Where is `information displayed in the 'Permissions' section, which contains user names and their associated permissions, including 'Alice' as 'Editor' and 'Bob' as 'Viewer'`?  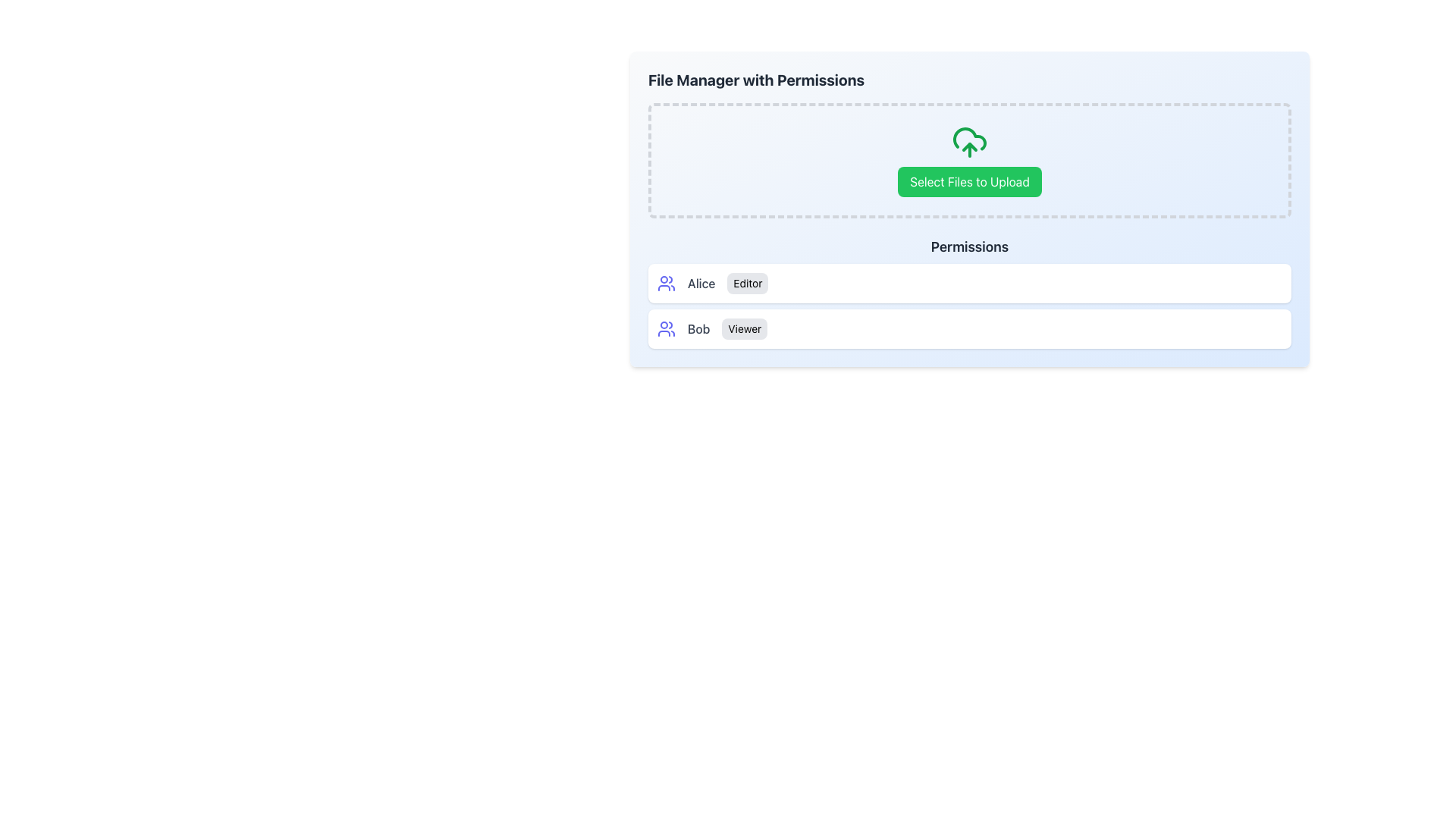 information displayed in the 'Permissions' section, which contains user names and their associated permissions, including 'Alice' as 'Editor' and 'Bob' as 'Viewer' is located at coordinates (968, 292).